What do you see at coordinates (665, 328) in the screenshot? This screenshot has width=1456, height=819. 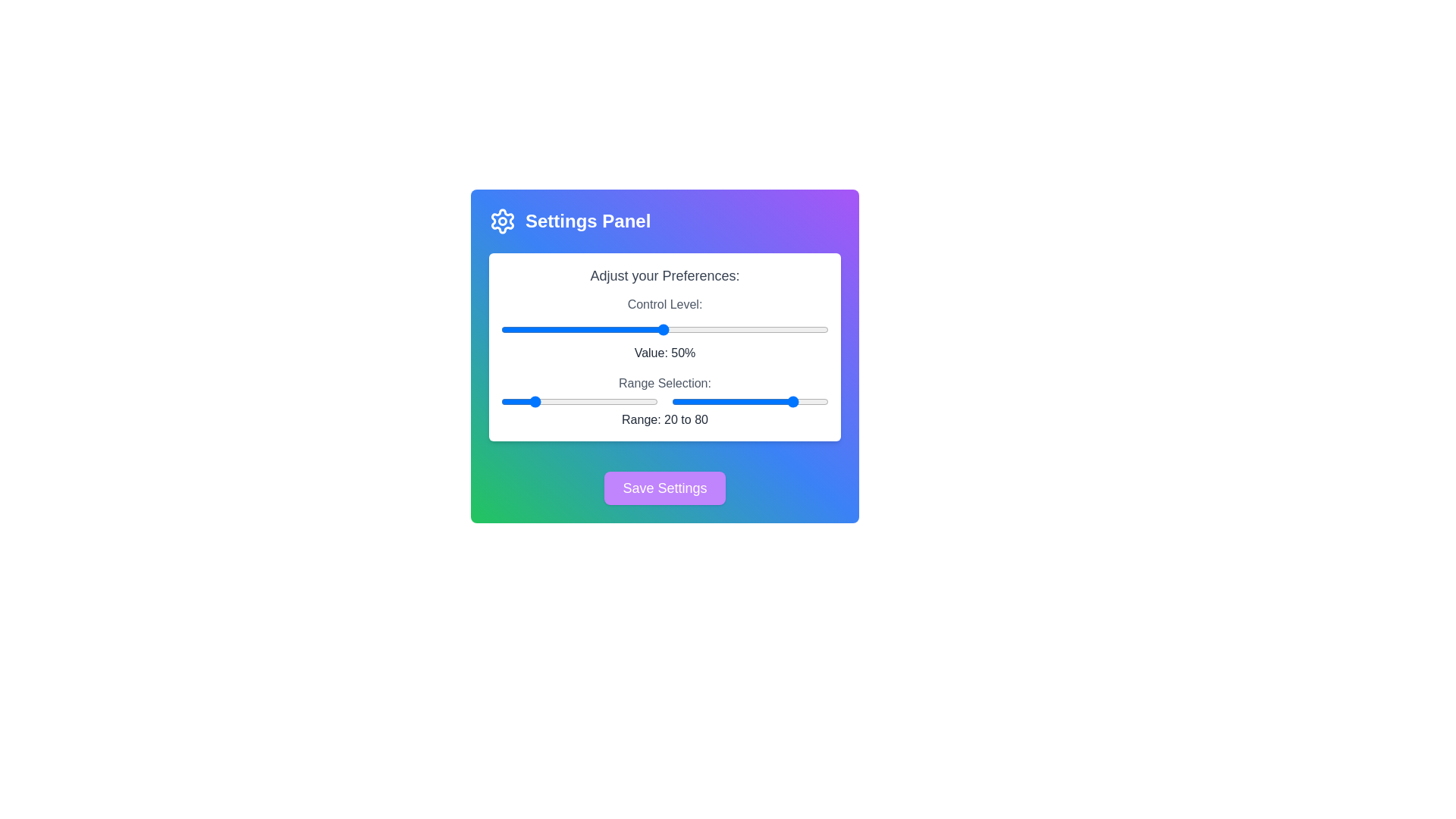 I see `the slider component labeled 'Control Level:'` at bounding box center [665, 328].